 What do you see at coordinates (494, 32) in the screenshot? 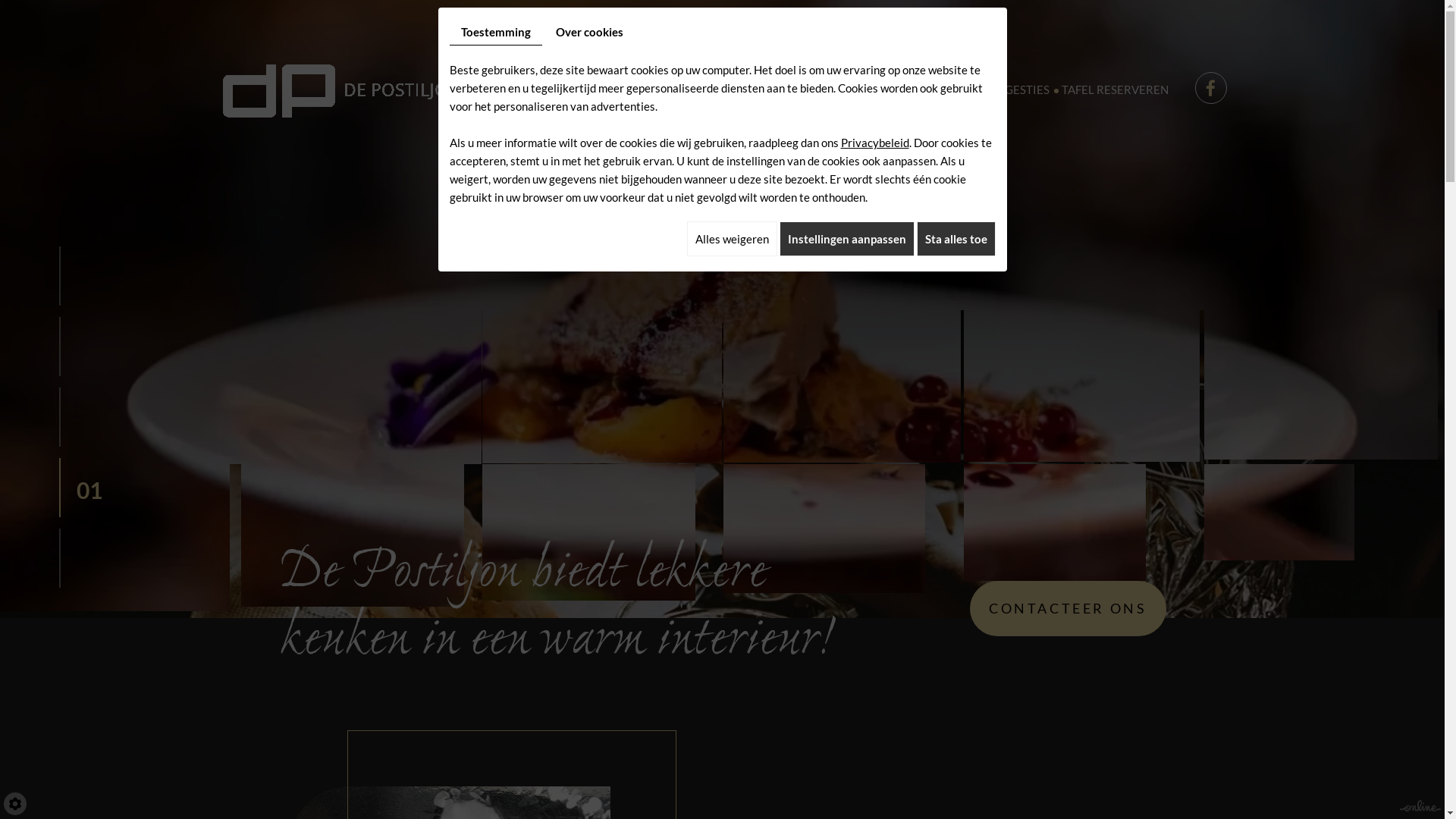
I see `'Toestemming'` at bounding box center [494, 32].